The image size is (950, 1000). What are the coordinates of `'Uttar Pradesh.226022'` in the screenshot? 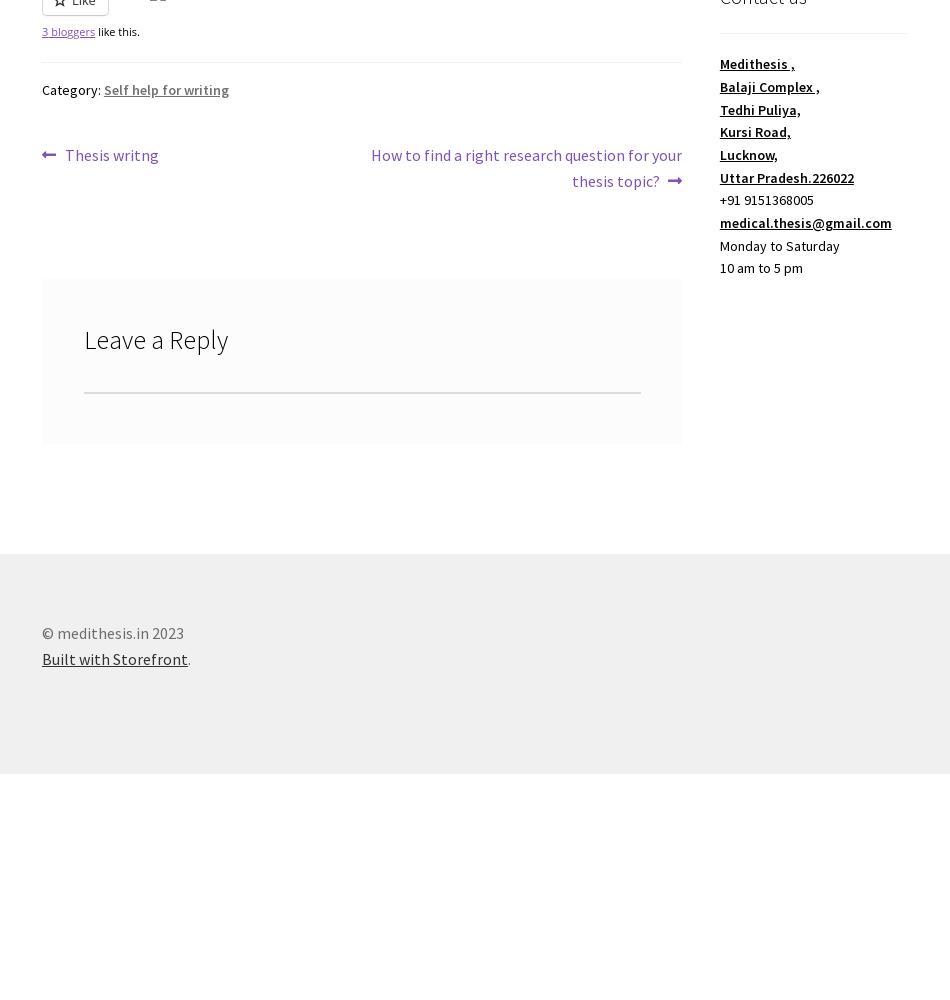 It's located at (717, 177).